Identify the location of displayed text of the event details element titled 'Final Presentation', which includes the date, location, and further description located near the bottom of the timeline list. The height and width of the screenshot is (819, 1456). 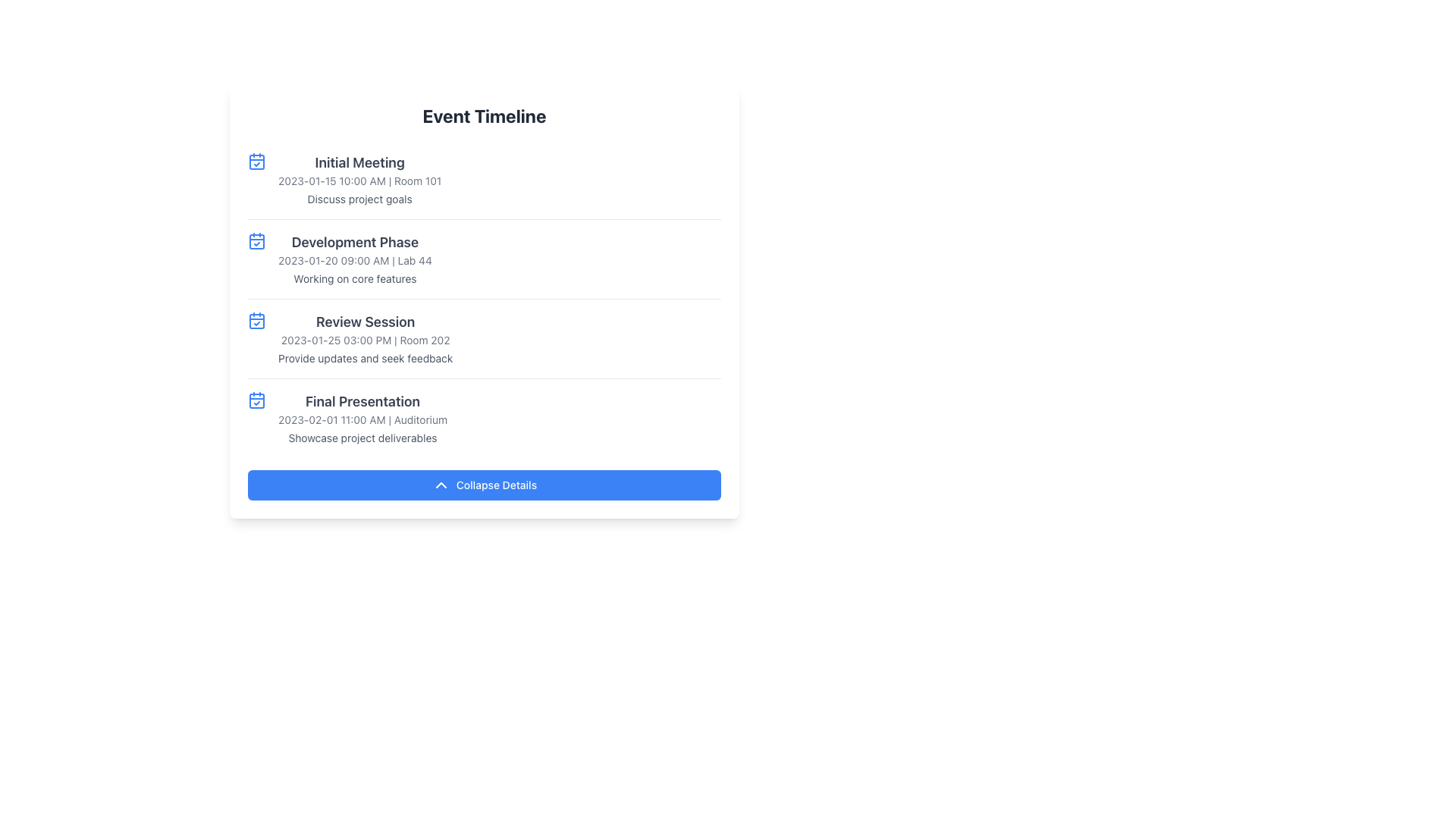
(362, 418).